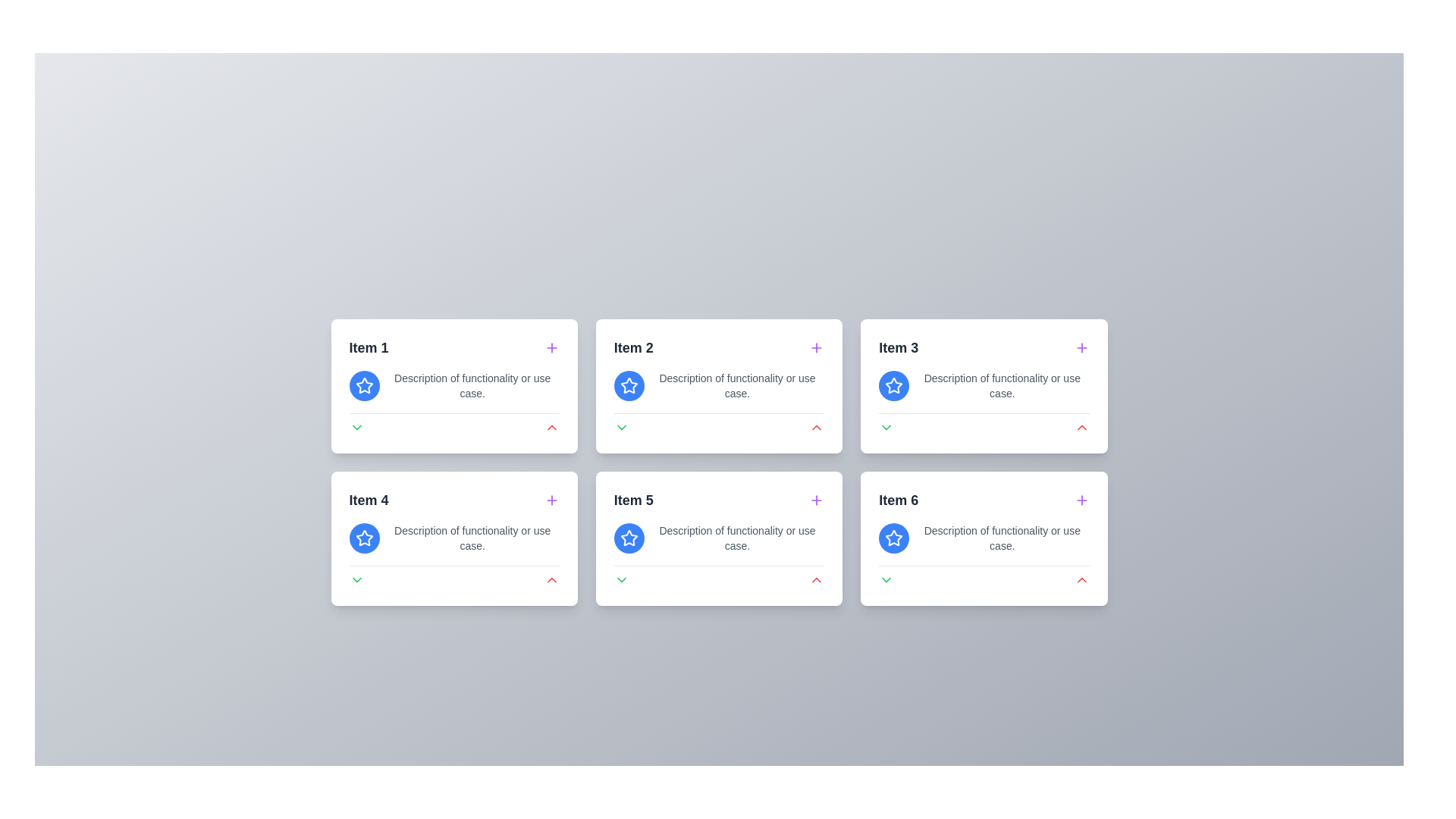 The width and height of the screenshot is (1456, 819). Describe the element at coordinates (364, 537) in the screenshot. I see `the circular blue Icon button with a white star icon located in the upper left corner of the 'Item 4' card` at that location.